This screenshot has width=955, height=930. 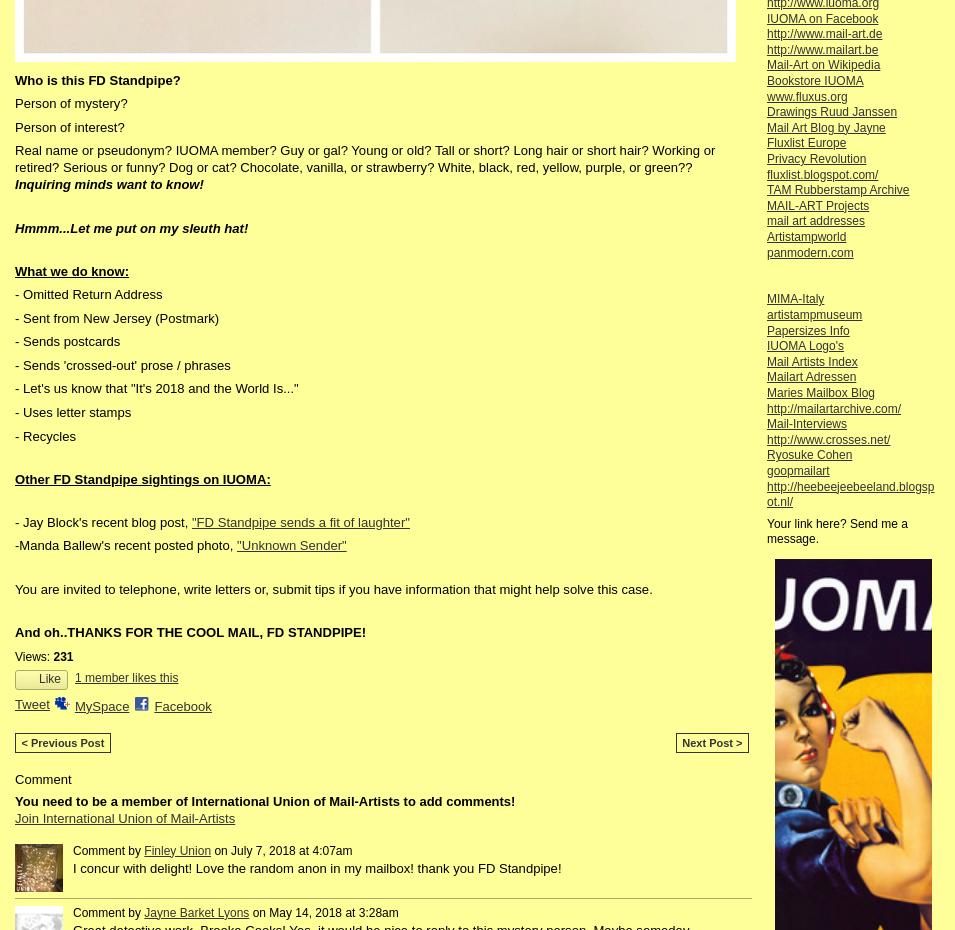 What do you see at coordinates (143, 849) in the screenshot?
I see `'Finley Union'` at bounding box center [143, 849].